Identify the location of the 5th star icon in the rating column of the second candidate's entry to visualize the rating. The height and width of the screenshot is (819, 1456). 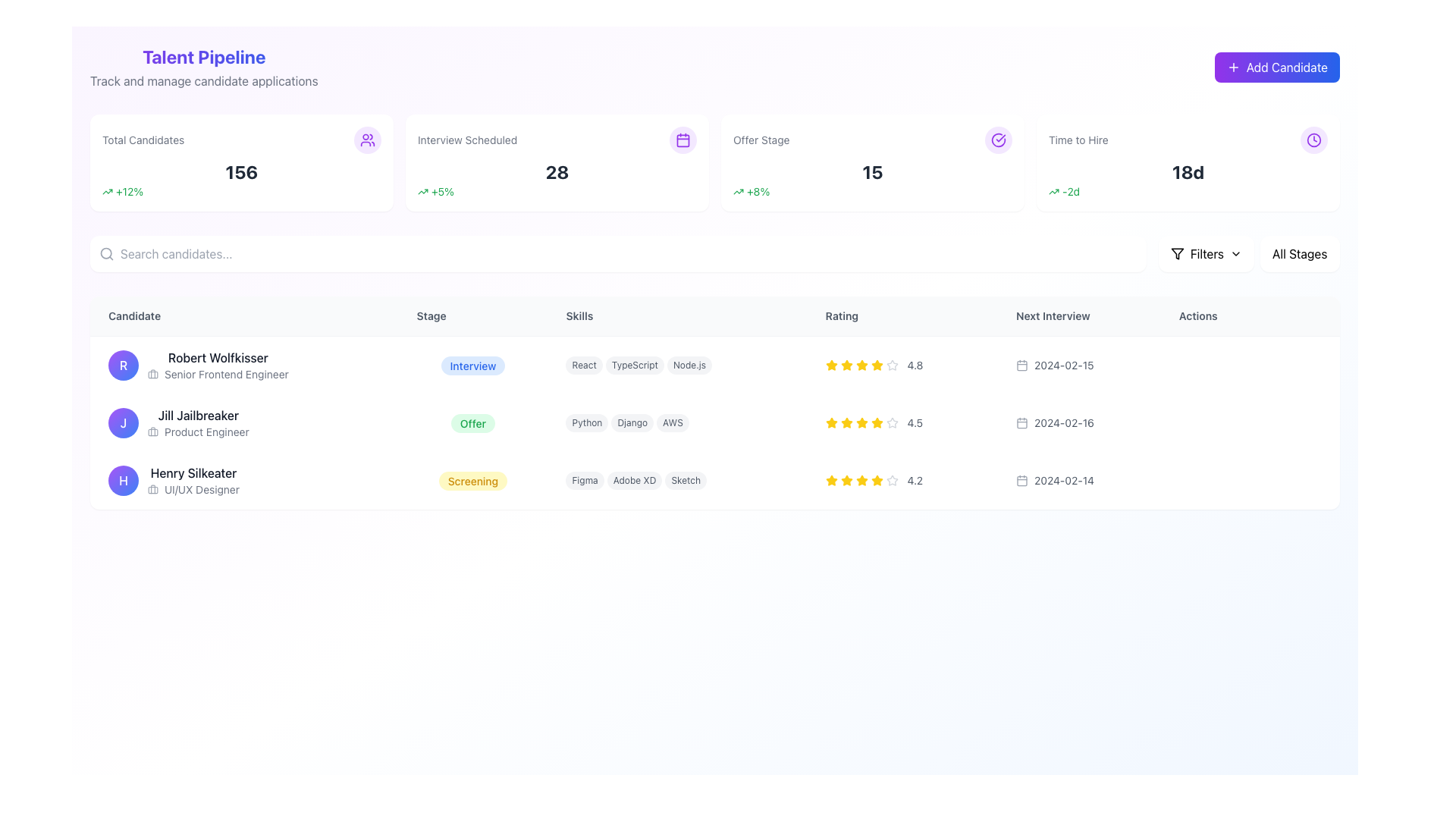
(892, 423).